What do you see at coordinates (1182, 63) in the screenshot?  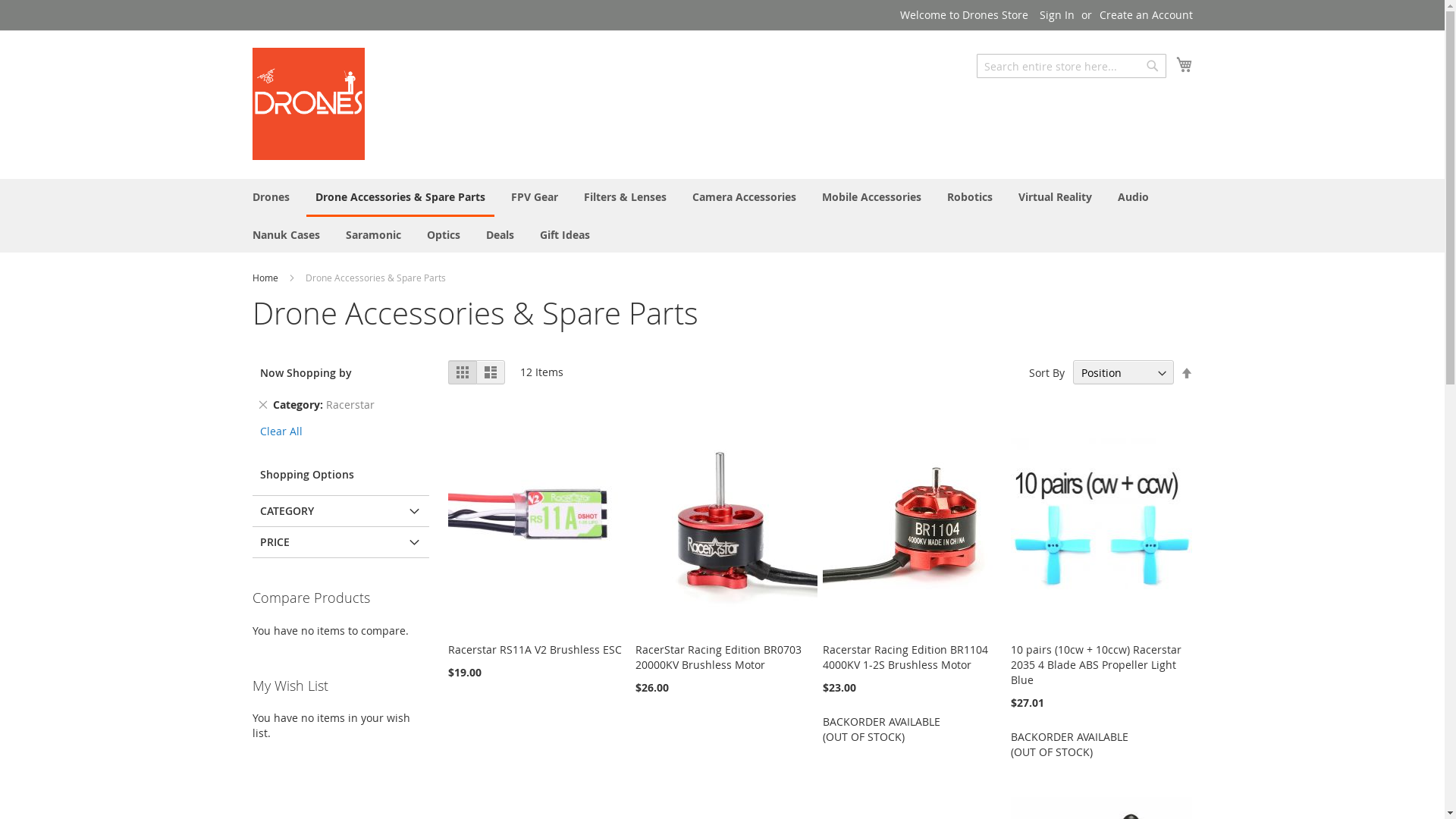 I see `'My Cart'` at bounding box center [1182, 63].